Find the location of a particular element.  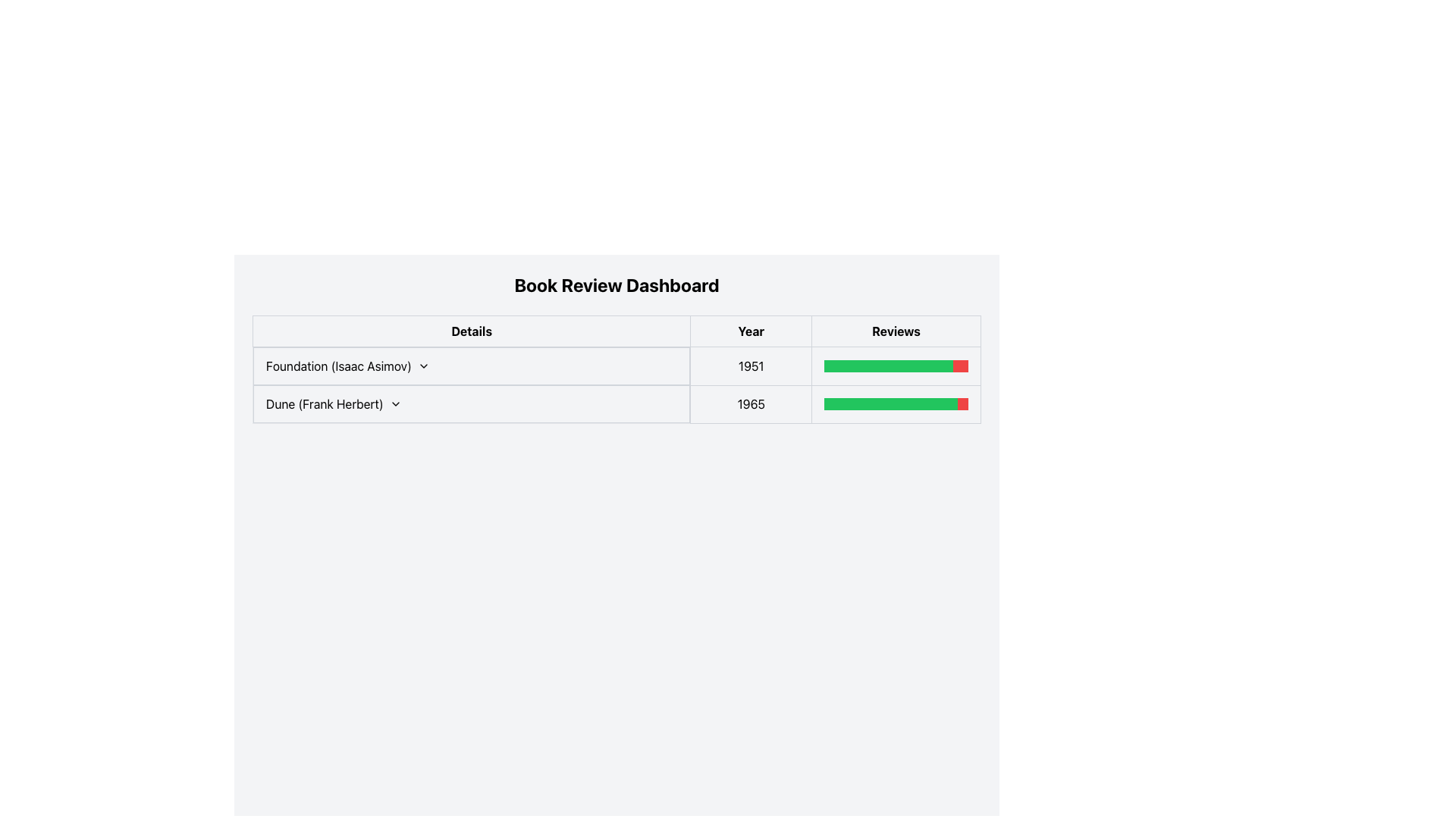

the progress bar segment in the 'Reviews' column, located in the second row of the table, which indicates a high percentage of positive reviews (93%) is located at coordinates (891, 403).